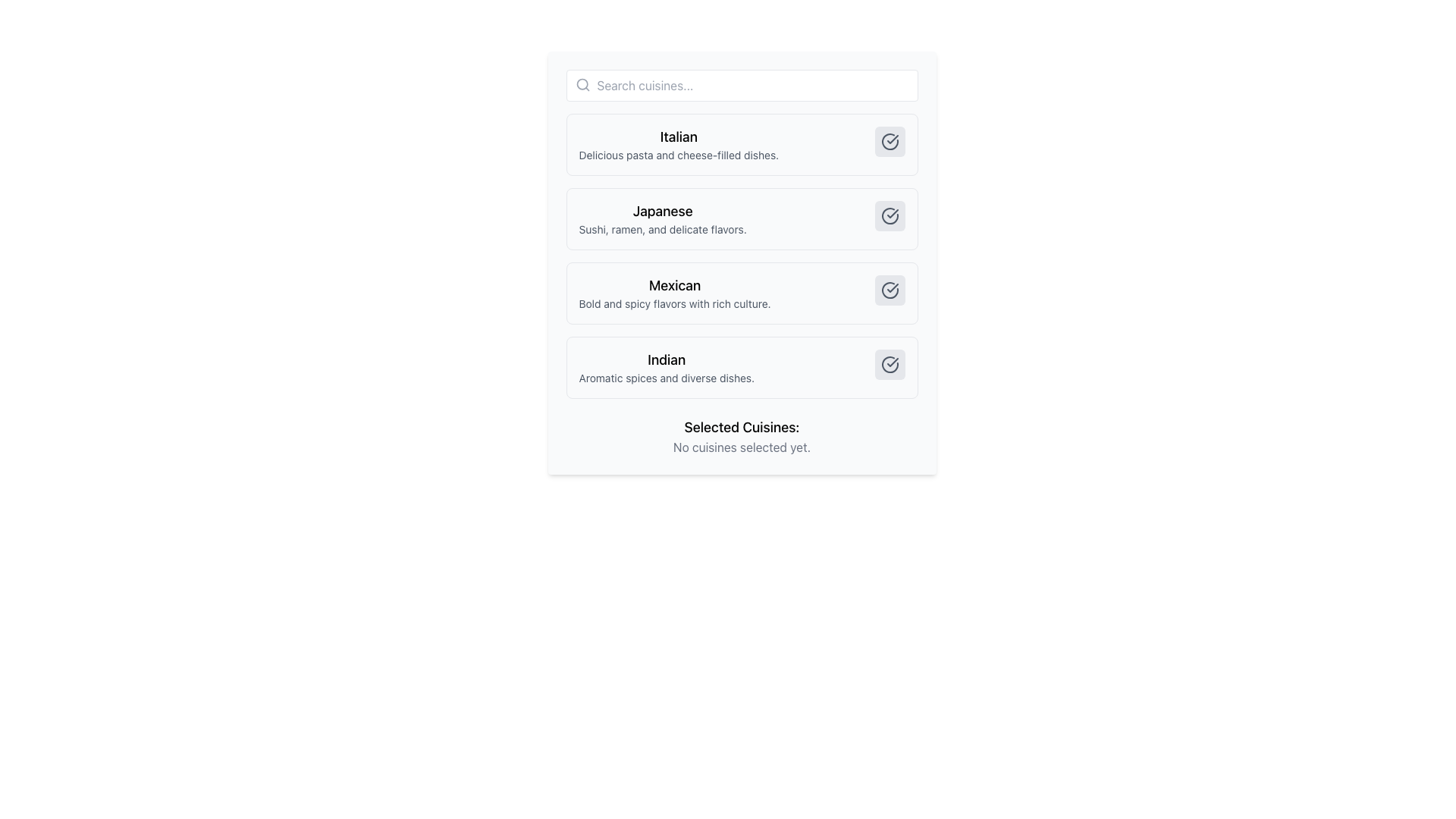 The width and height of the screenshot is (1456, 819). Describe the element at coordinates (678, 155) in the screenshot. I see `label text that describes the dishes, which says 'Delicious pasta and cheese-filled dishes', located under the title 'Italian' in the selection box` at that location.